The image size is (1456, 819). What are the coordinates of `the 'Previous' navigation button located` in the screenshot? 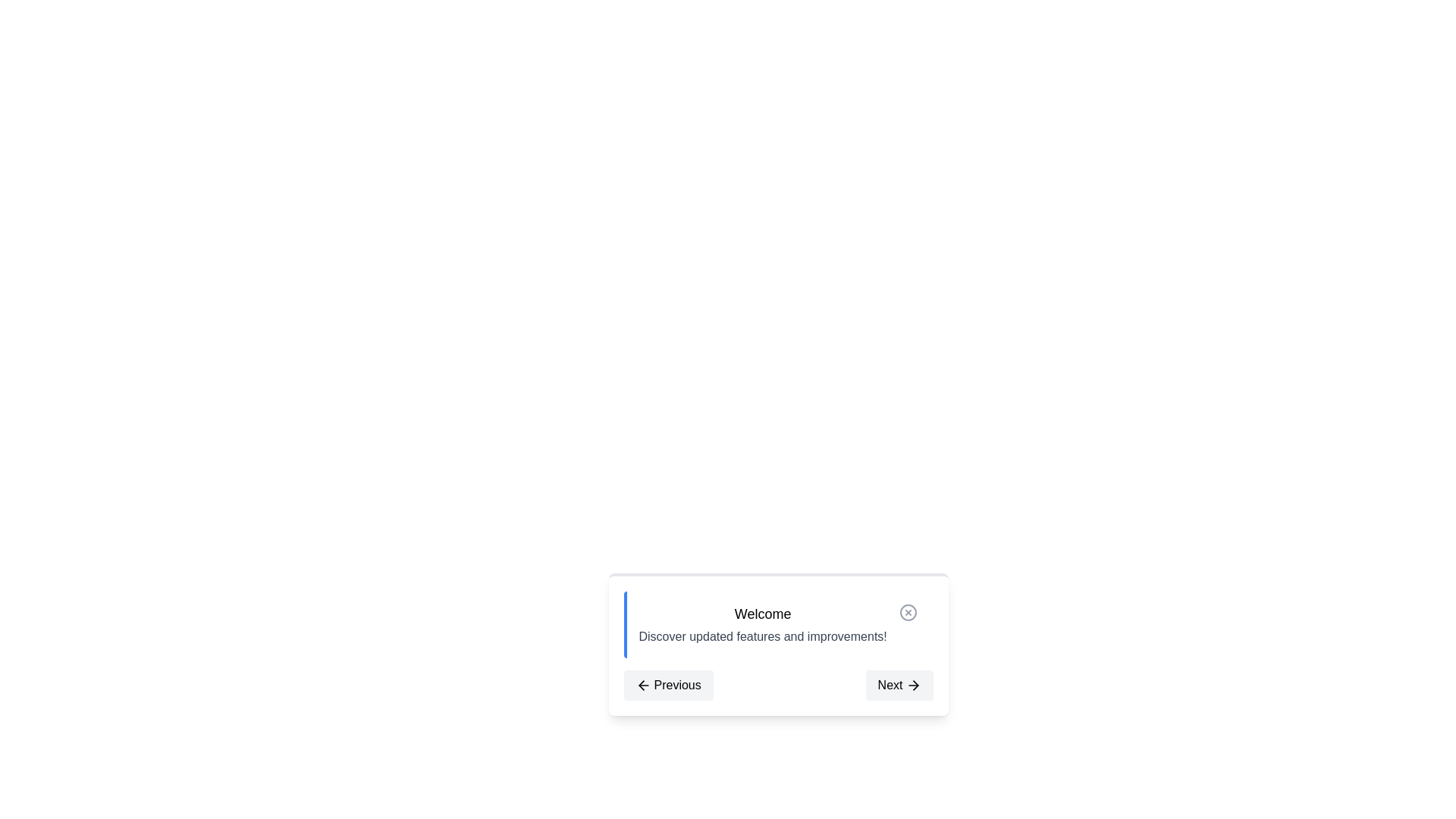 It's located at (676, 685).